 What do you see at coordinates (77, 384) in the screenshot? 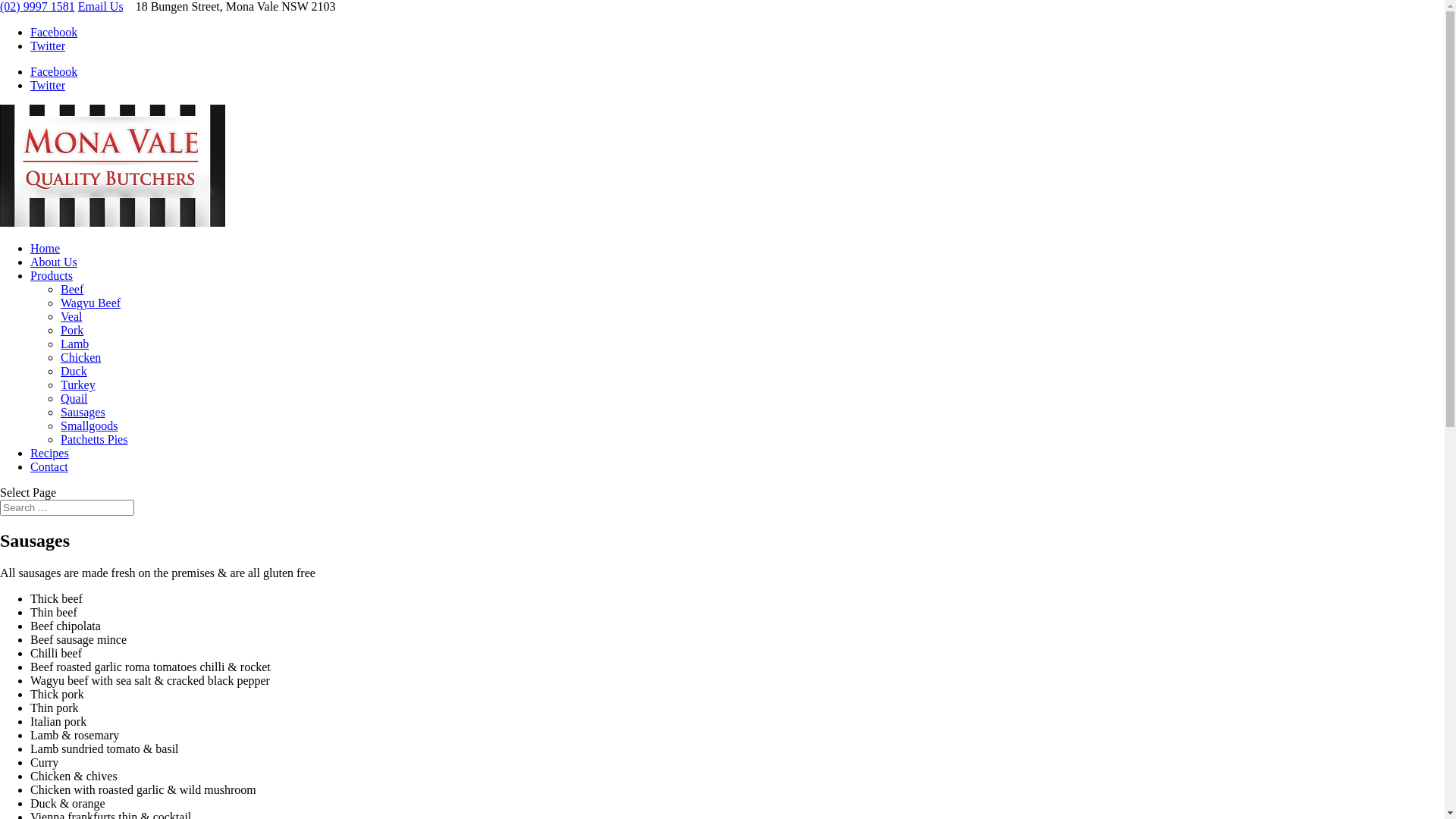
I see `'Turkey'` at bounding box center [77, 384].